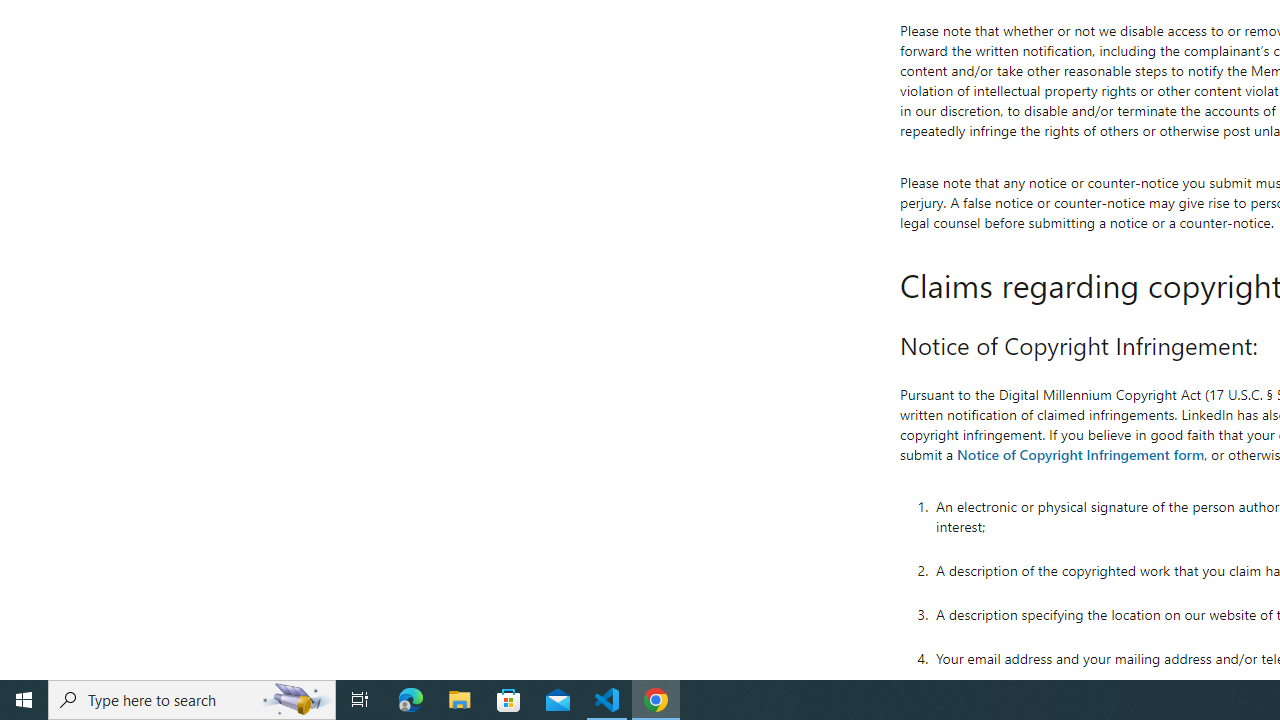  Describe the element at coordinates (1079, 453) in the screenshot. I see `'Notice of Copyright Infringement form'` at that location.